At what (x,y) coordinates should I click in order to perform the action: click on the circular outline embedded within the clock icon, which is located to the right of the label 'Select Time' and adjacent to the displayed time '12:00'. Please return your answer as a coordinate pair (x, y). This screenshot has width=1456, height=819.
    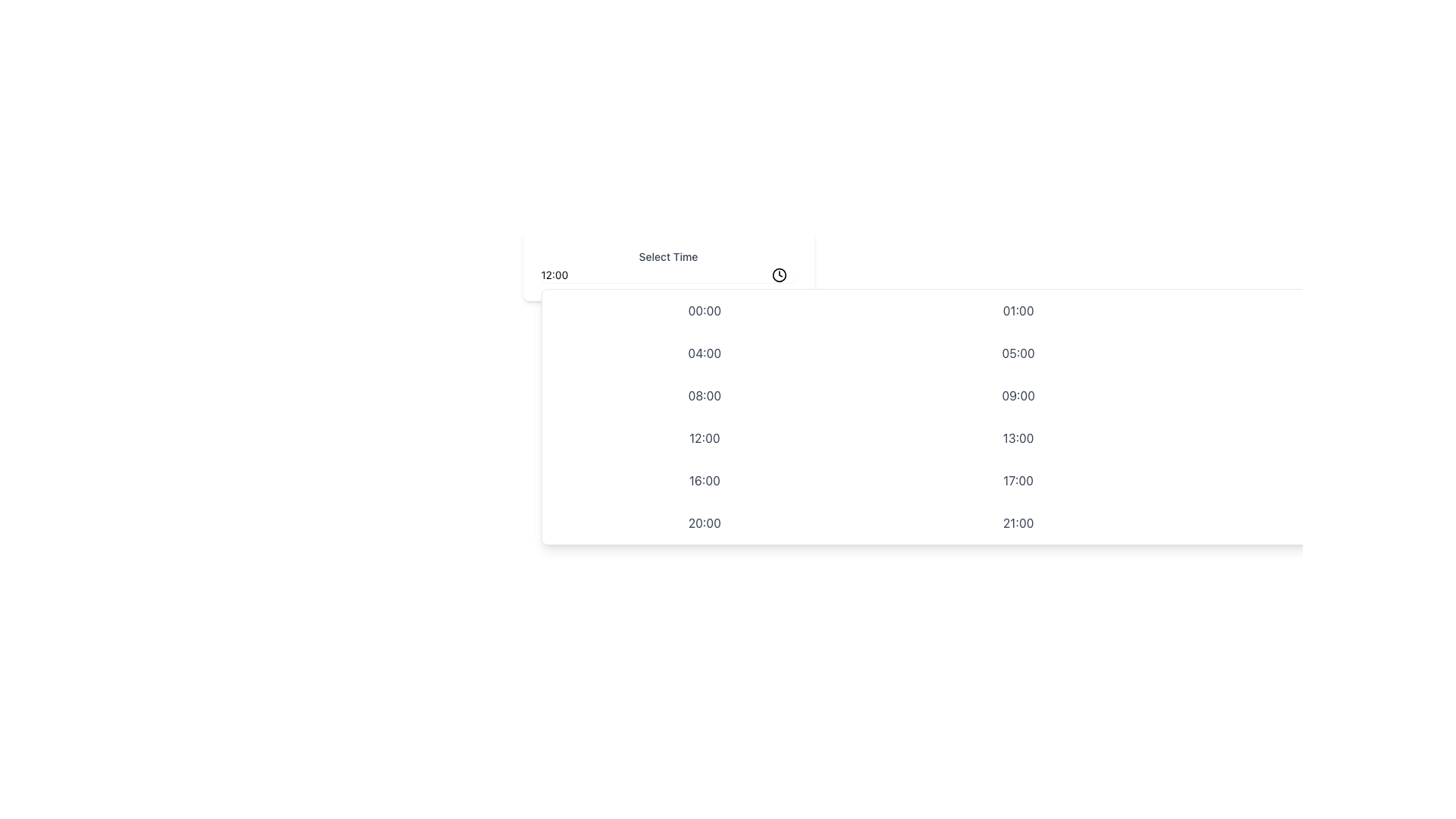
    Looking at the image, I should click on (779, 275).